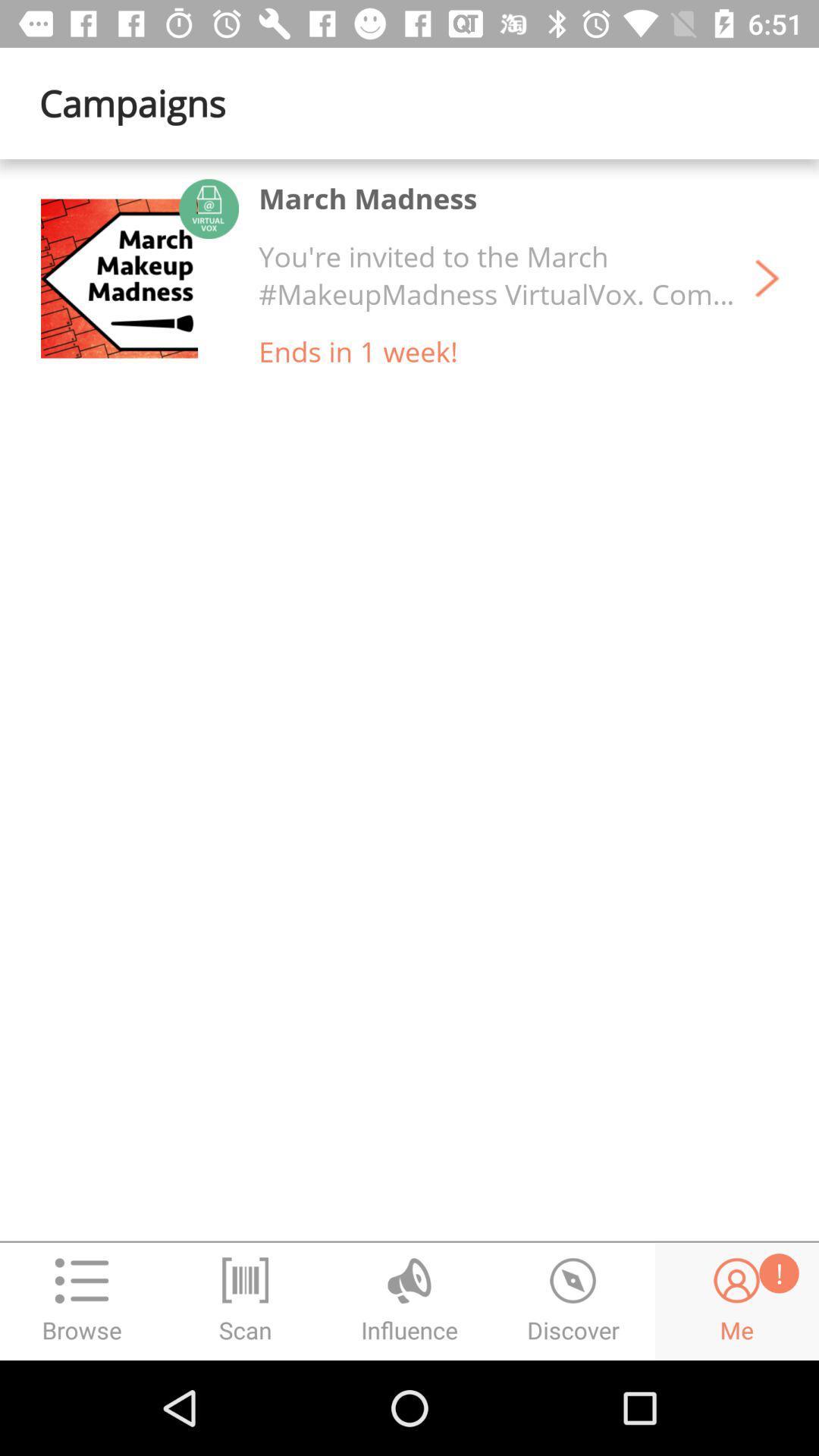 The height and width of the screenshot is (1456, 819). Describe the element at coordinates (368, 197) in the screenshot. I see `march madness icon` at that location.